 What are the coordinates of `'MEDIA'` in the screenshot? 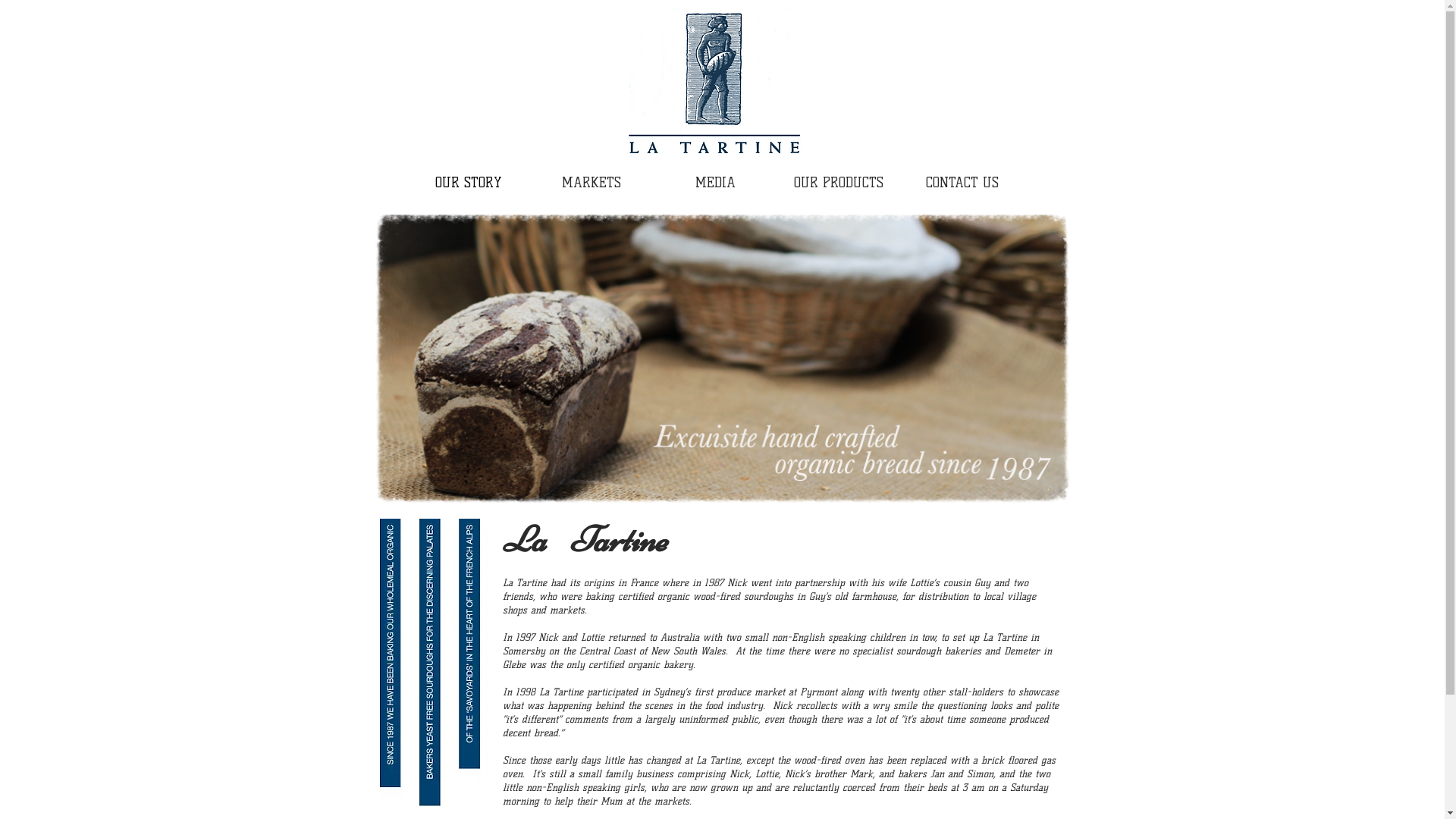 It's located at (714, 182).